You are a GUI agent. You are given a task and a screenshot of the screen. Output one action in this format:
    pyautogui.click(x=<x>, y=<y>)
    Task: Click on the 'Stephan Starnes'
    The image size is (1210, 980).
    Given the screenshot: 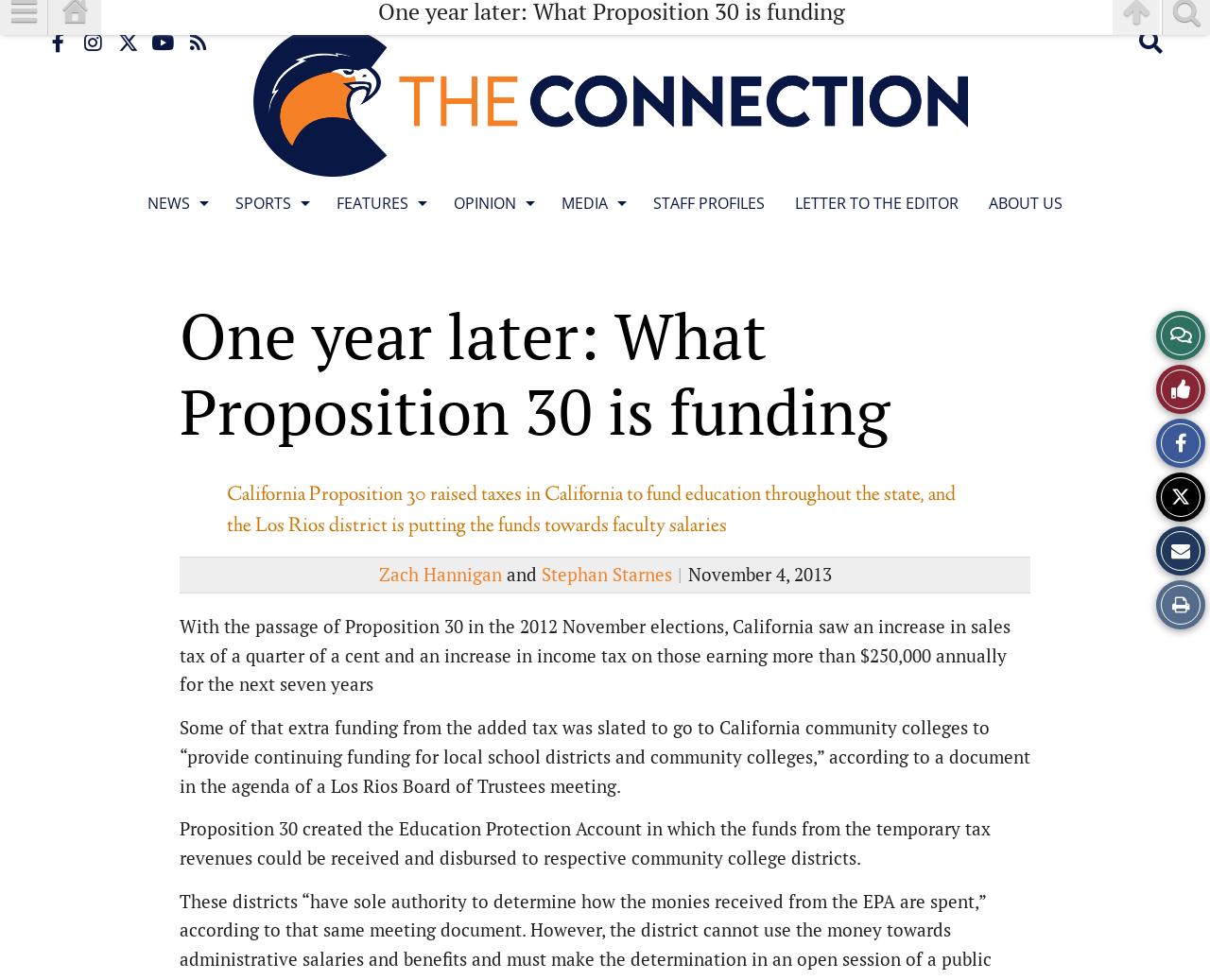 What is the action you would take?
    pyautogui.click(x=606, y=574)
    